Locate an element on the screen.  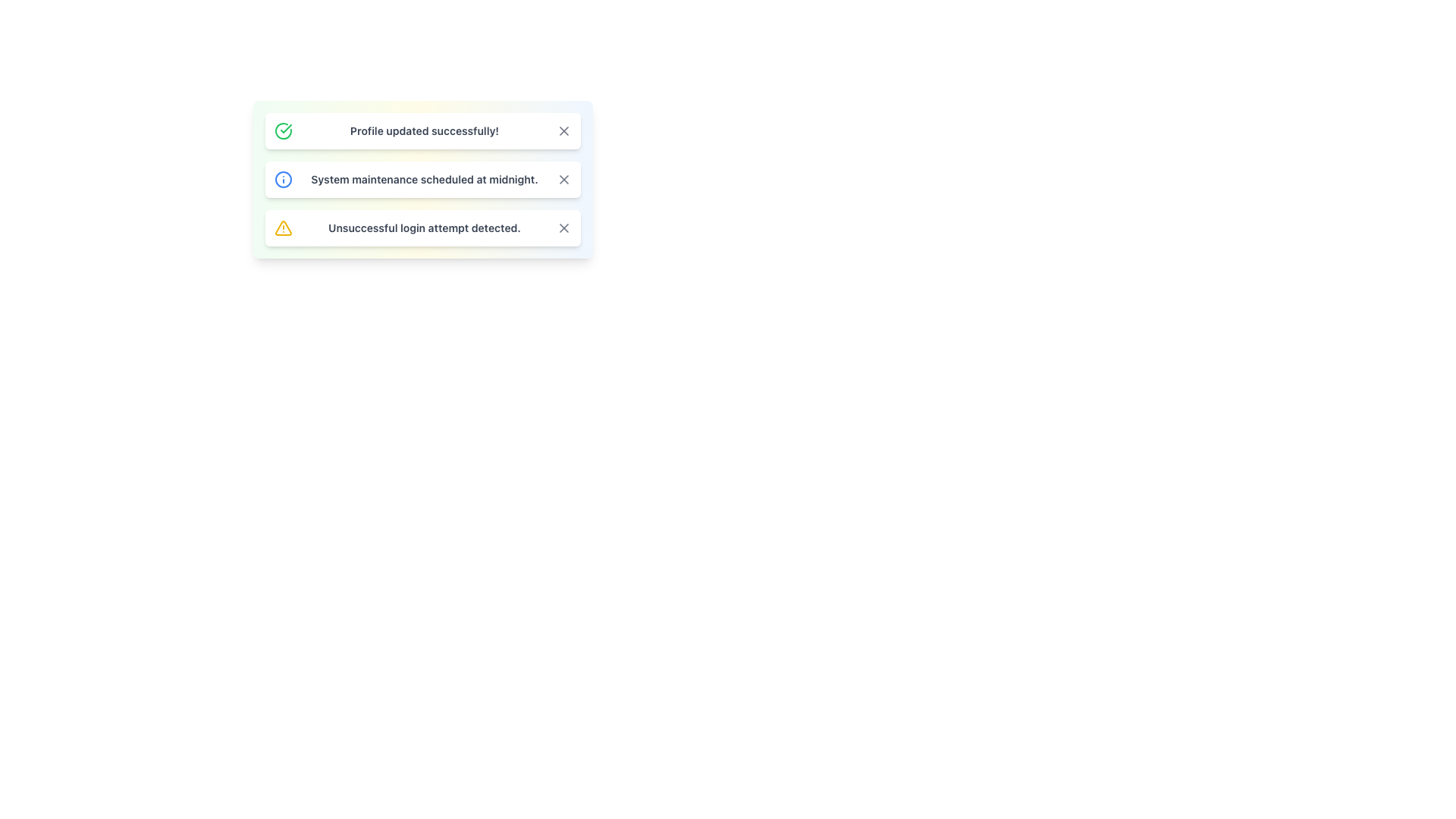
the warning icon located on the left of the notification panel indicating an unsuccessful login attempt, adjacent to the message 'Unsuccessful login attempt detected.' is located at coordinates (284, 227).